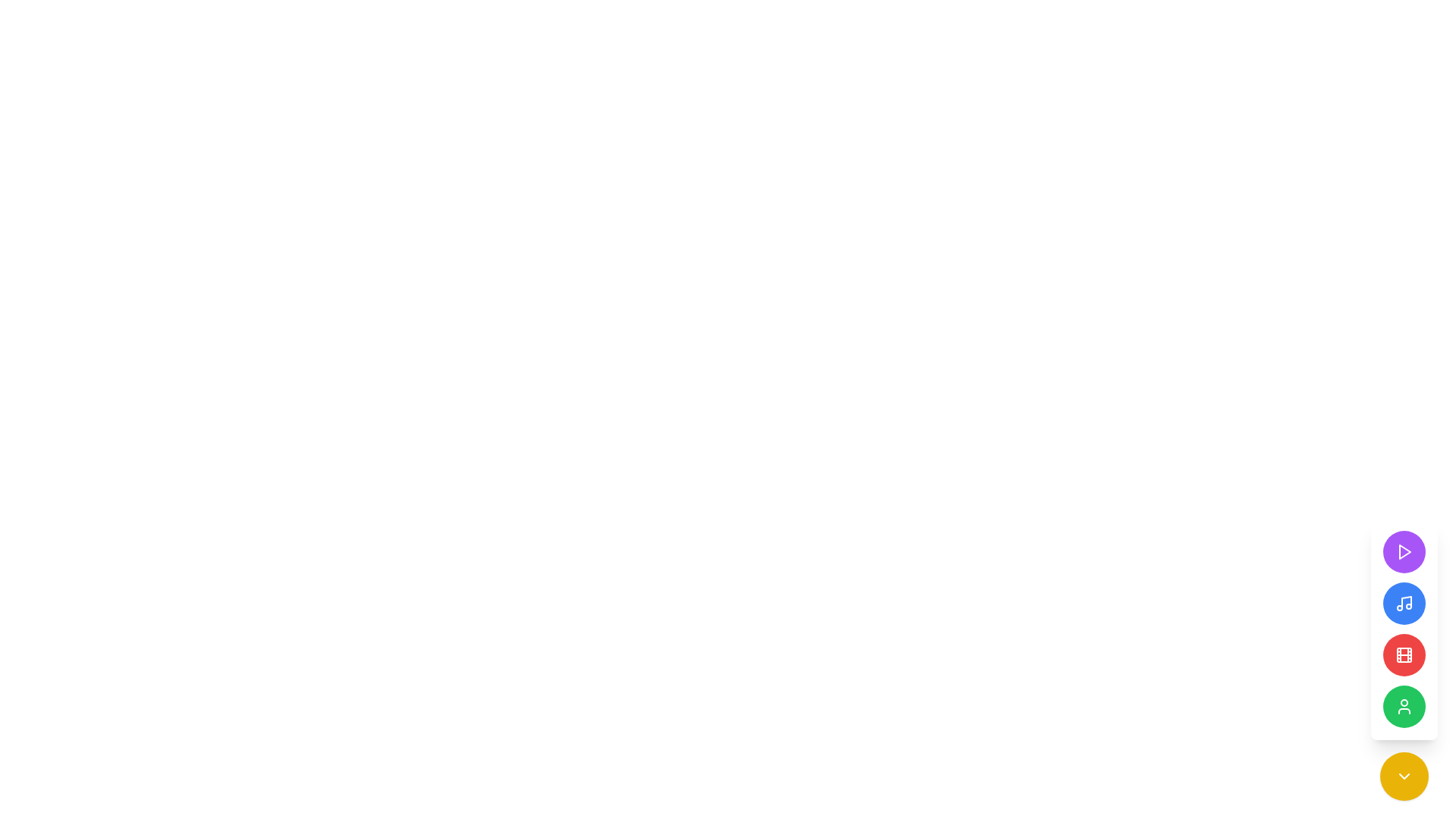  Describe the element at coordinates (1404, 659) in the screenshot. I see `the third button from the top in the lower right corner sidebar, which is red and has a film-related icon, to trigger video-related functionalities` at that location.